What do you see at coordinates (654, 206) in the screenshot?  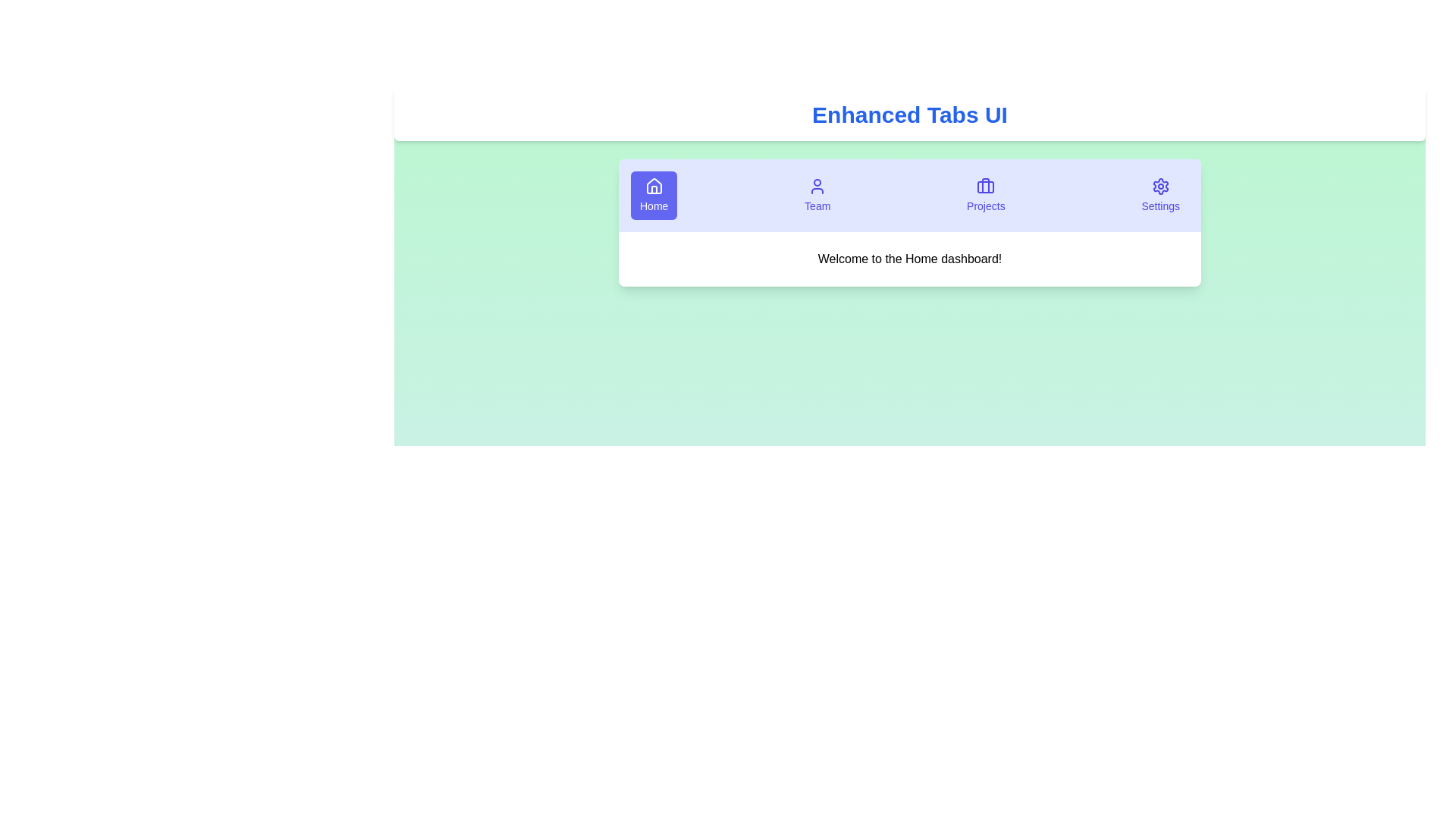 I see `the 'Home' text label located below the house icon on the navigation bar` at bounding box center [654, 206].